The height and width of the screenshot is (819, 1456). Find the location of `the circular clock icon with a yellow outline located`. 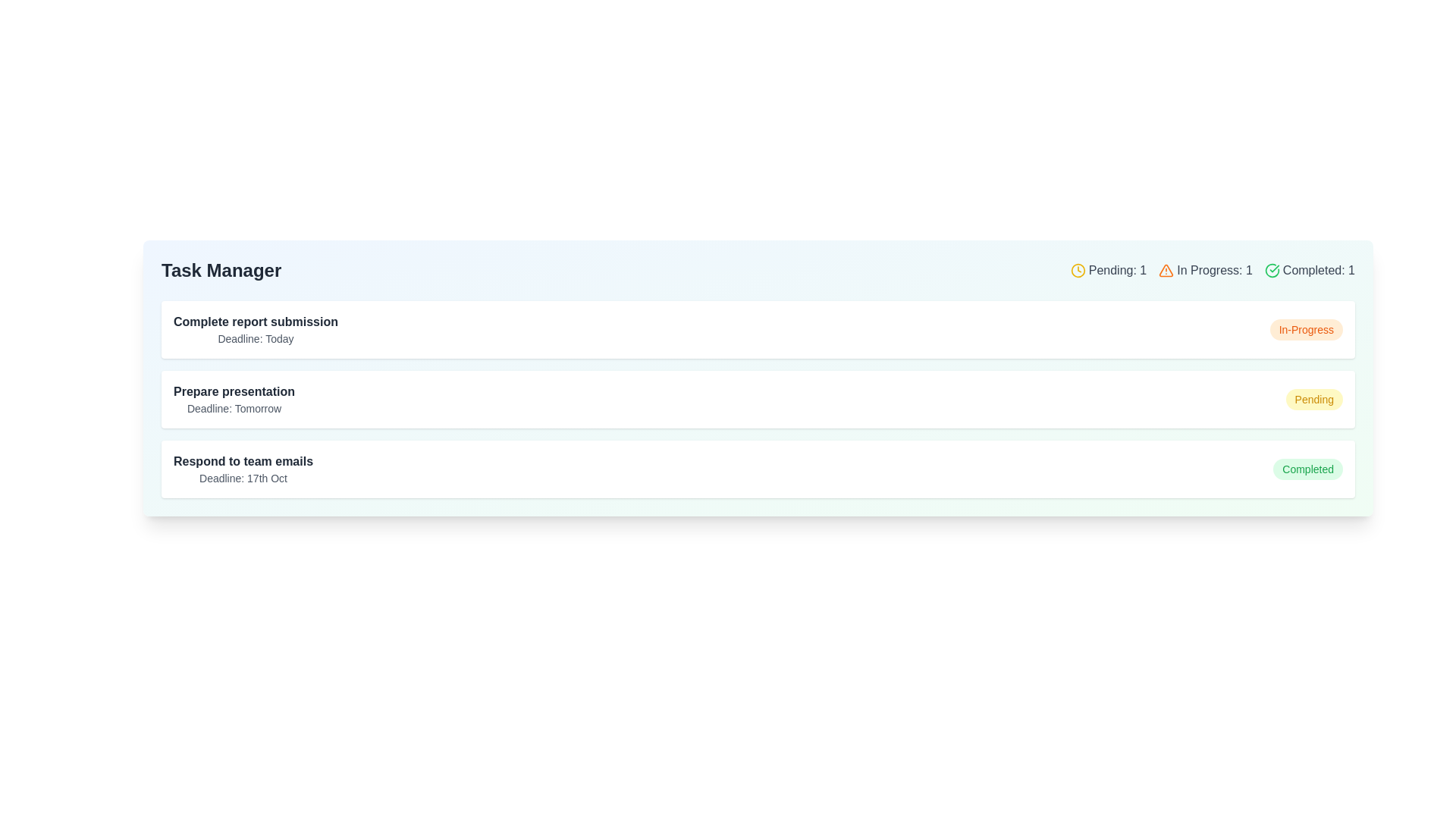

the circular clock icon with a yellow outline located is located at coordinates (1077, 270).